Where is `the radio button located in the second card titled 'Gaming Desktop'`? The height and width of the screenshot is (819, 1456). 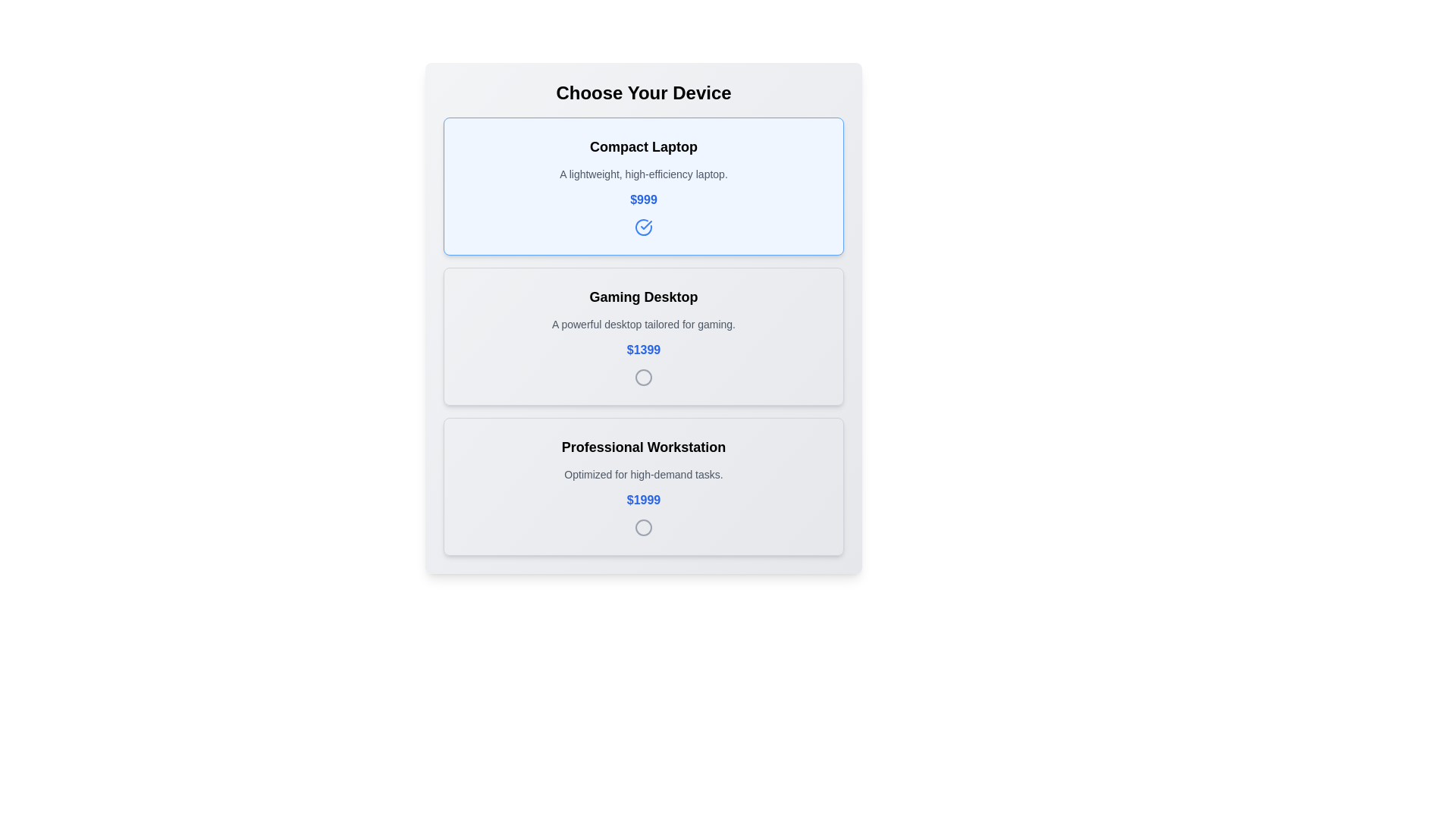 the radio button located in the second card titled 'Gaming Desktop' is located at coordinates (644, 376).